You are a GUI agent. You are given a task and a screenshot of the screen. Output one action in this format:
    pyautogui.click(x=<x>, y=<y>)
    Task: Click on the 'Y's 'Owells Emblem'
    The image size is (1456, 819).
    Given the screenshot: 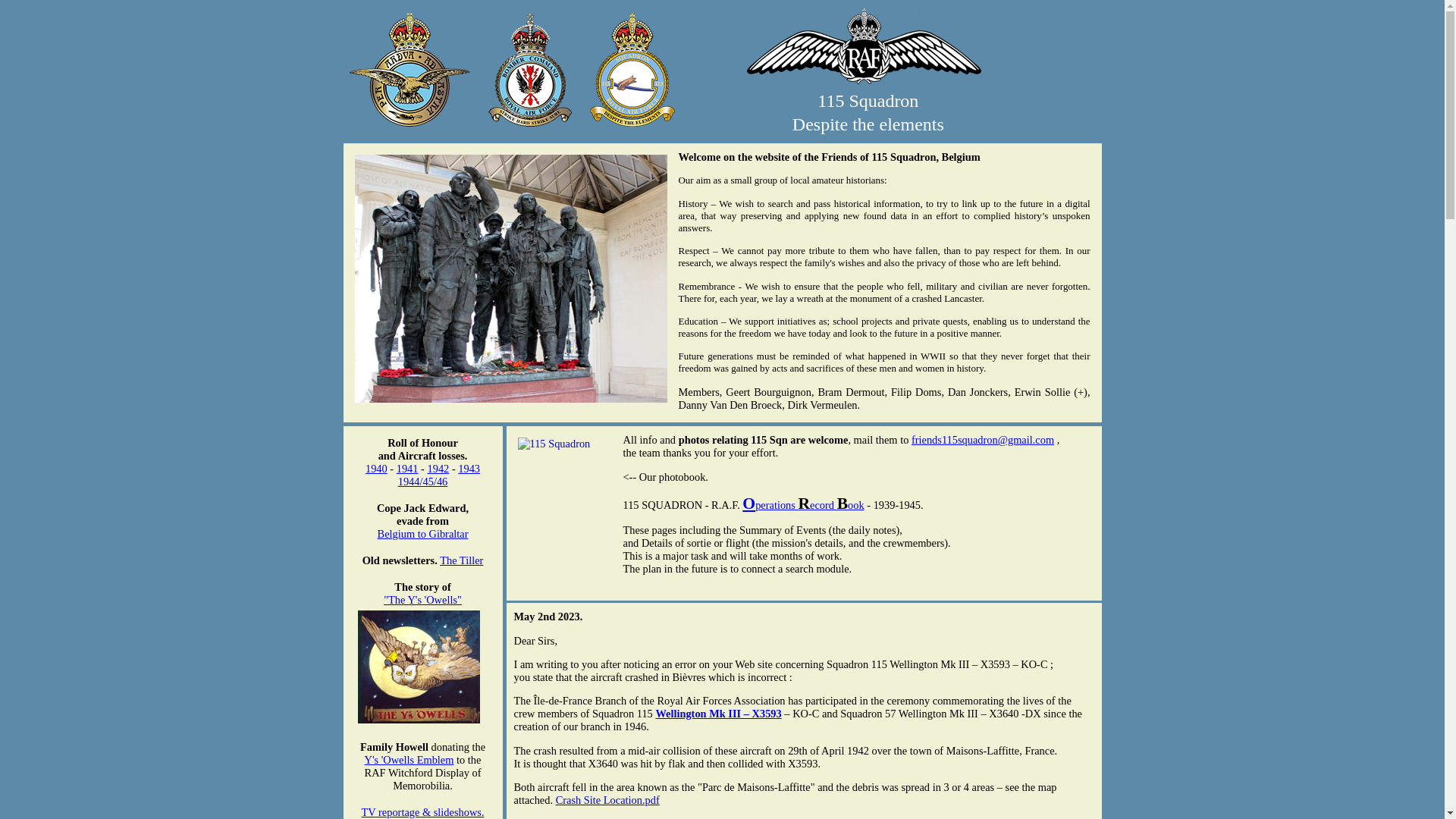 What is the action you would take?
    pyautogui.click(x=364, y=760)
    